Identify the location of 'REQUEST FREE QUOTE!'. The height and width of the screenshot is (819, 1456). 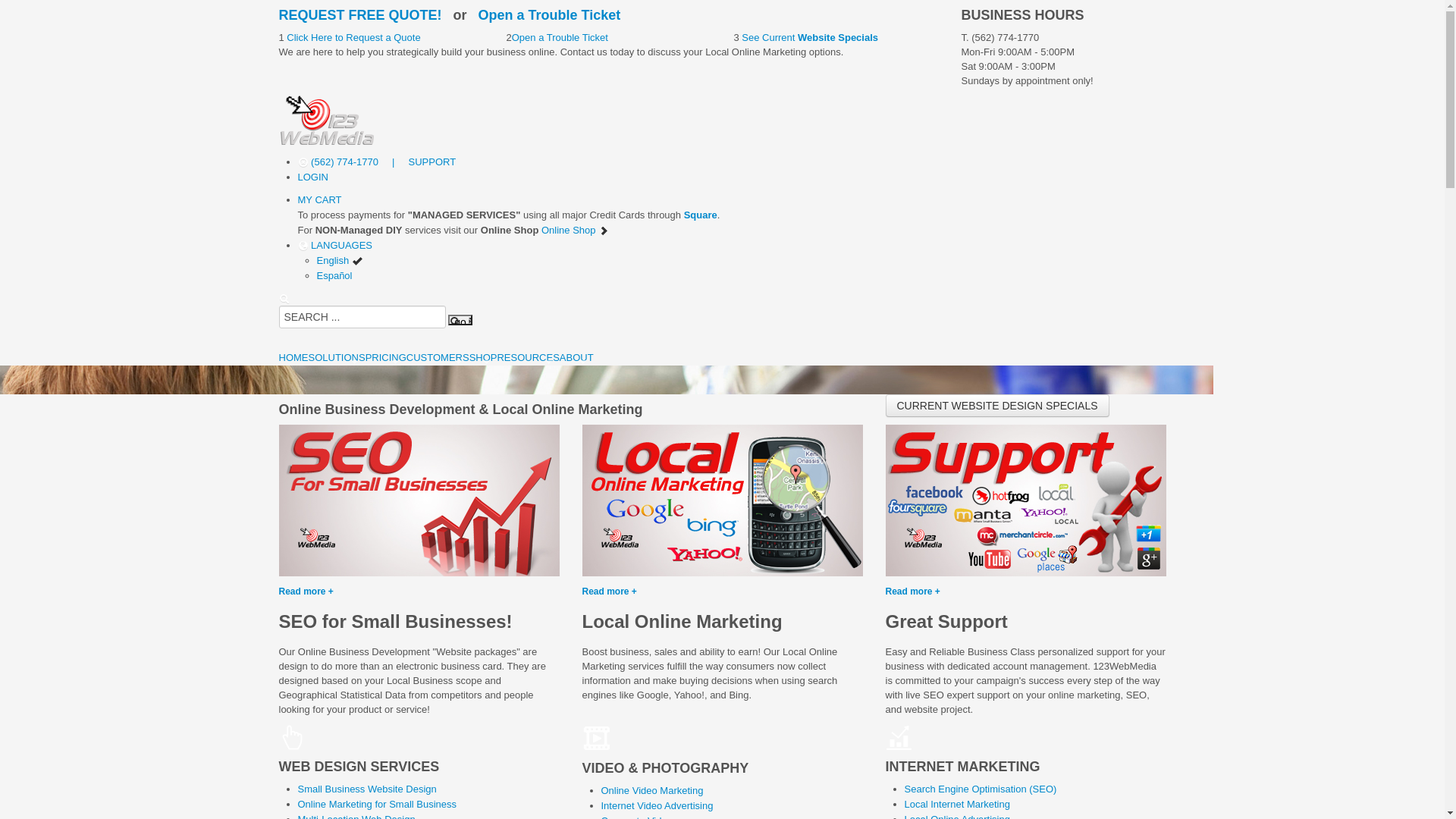
(359, 14).